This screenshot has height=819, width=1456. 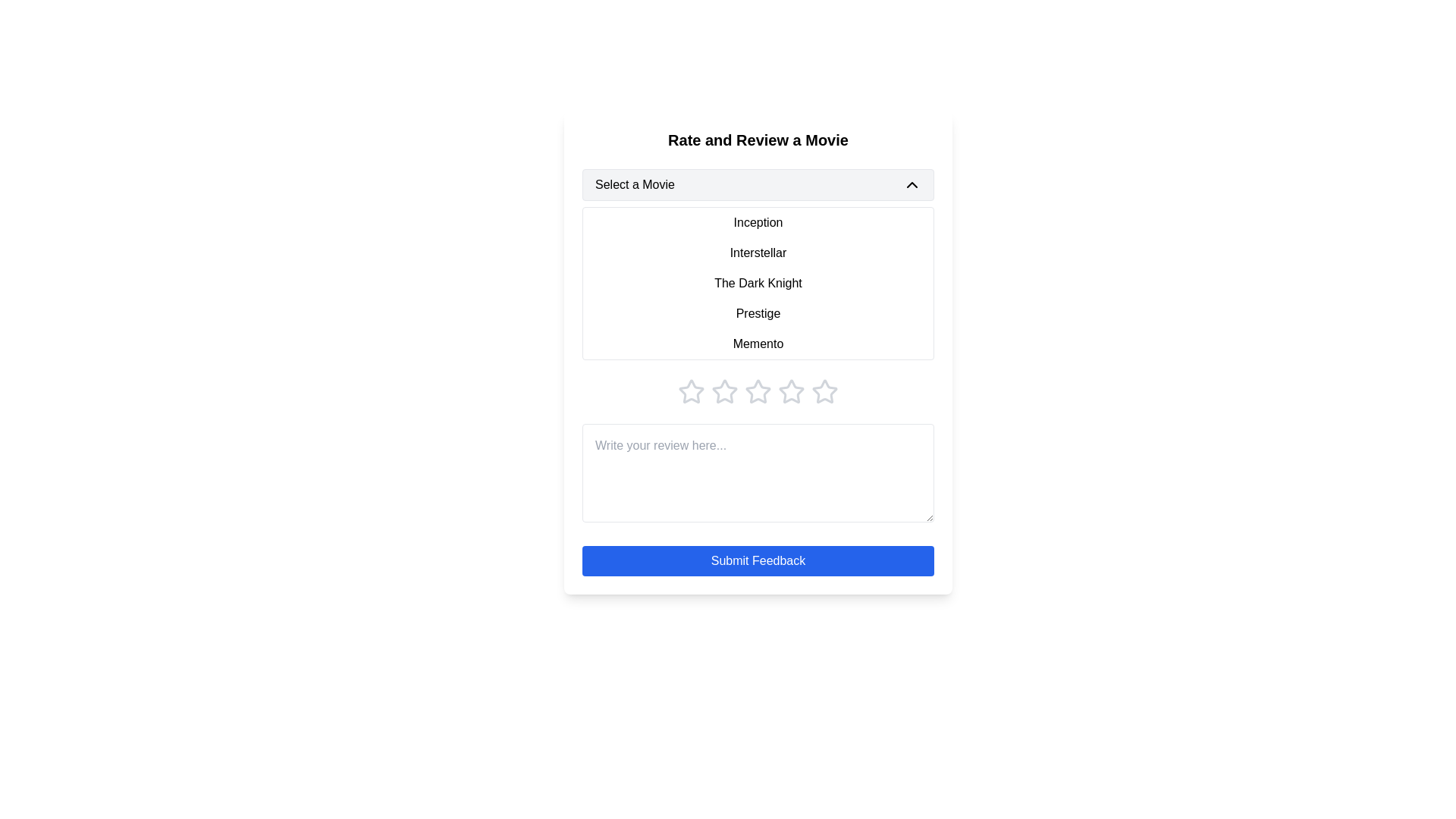 I want to click on the third gray star icon in the rating area of the 'Rate and Review a Movie' section, so click(x=758, y=391).